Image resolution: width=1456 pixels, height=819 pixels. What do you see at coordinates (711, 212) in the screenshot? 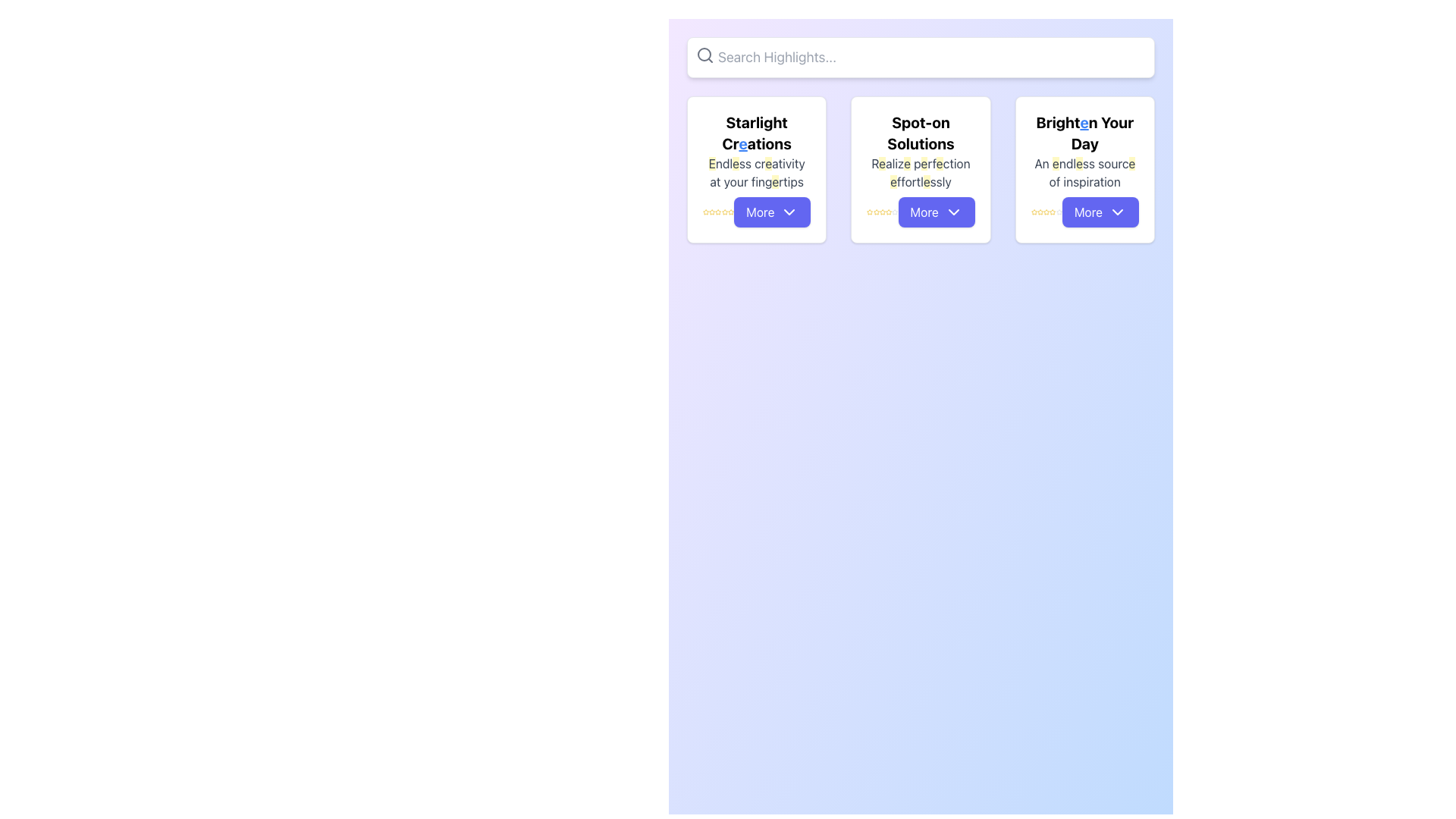
I see `the third star icon, which is yellow outlined and located beneath the 'Starlight Creations' heading` at bounding box center [711, 212].